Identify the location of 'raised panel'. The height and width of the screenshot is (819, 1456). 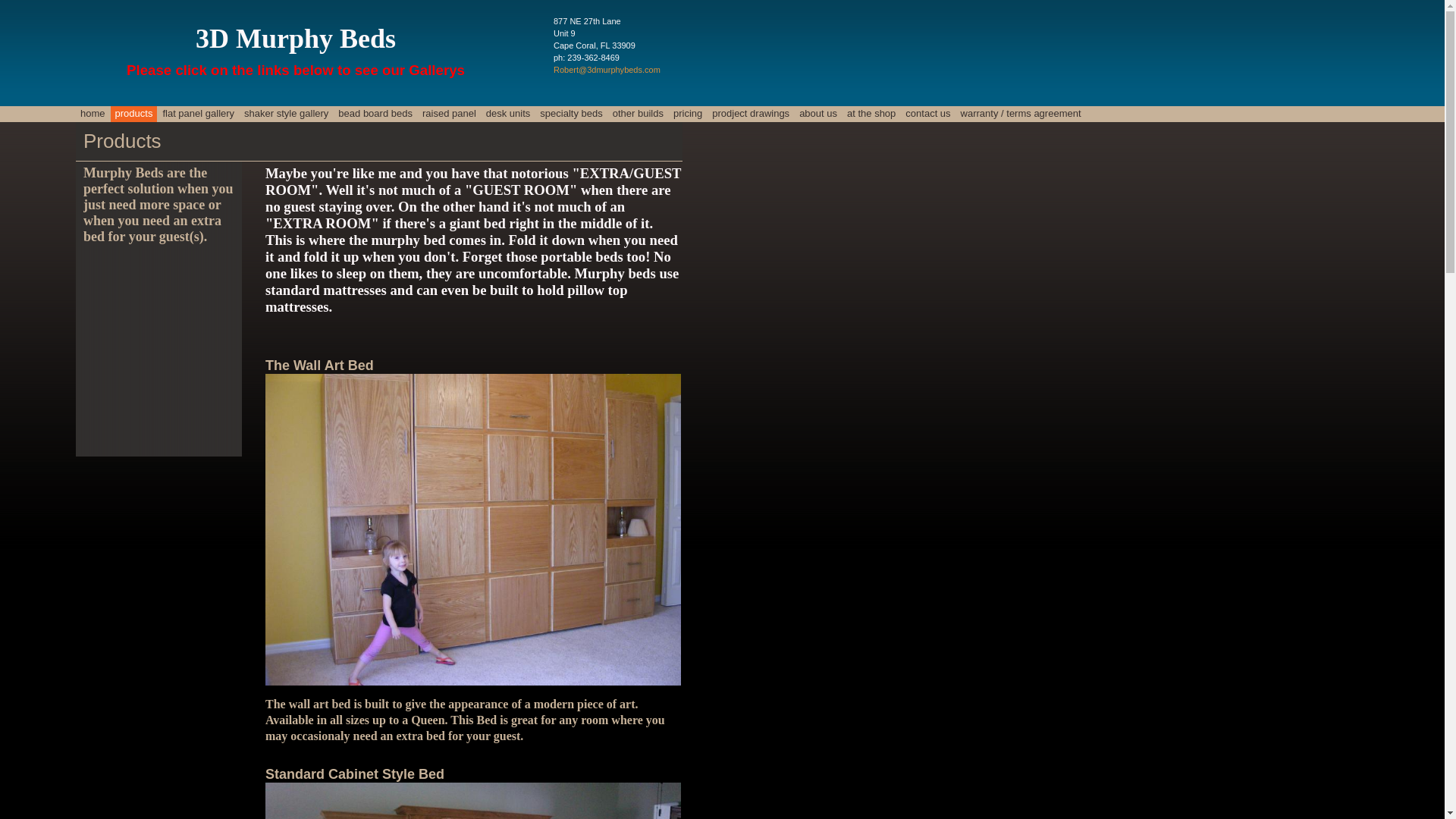
(448, 113).